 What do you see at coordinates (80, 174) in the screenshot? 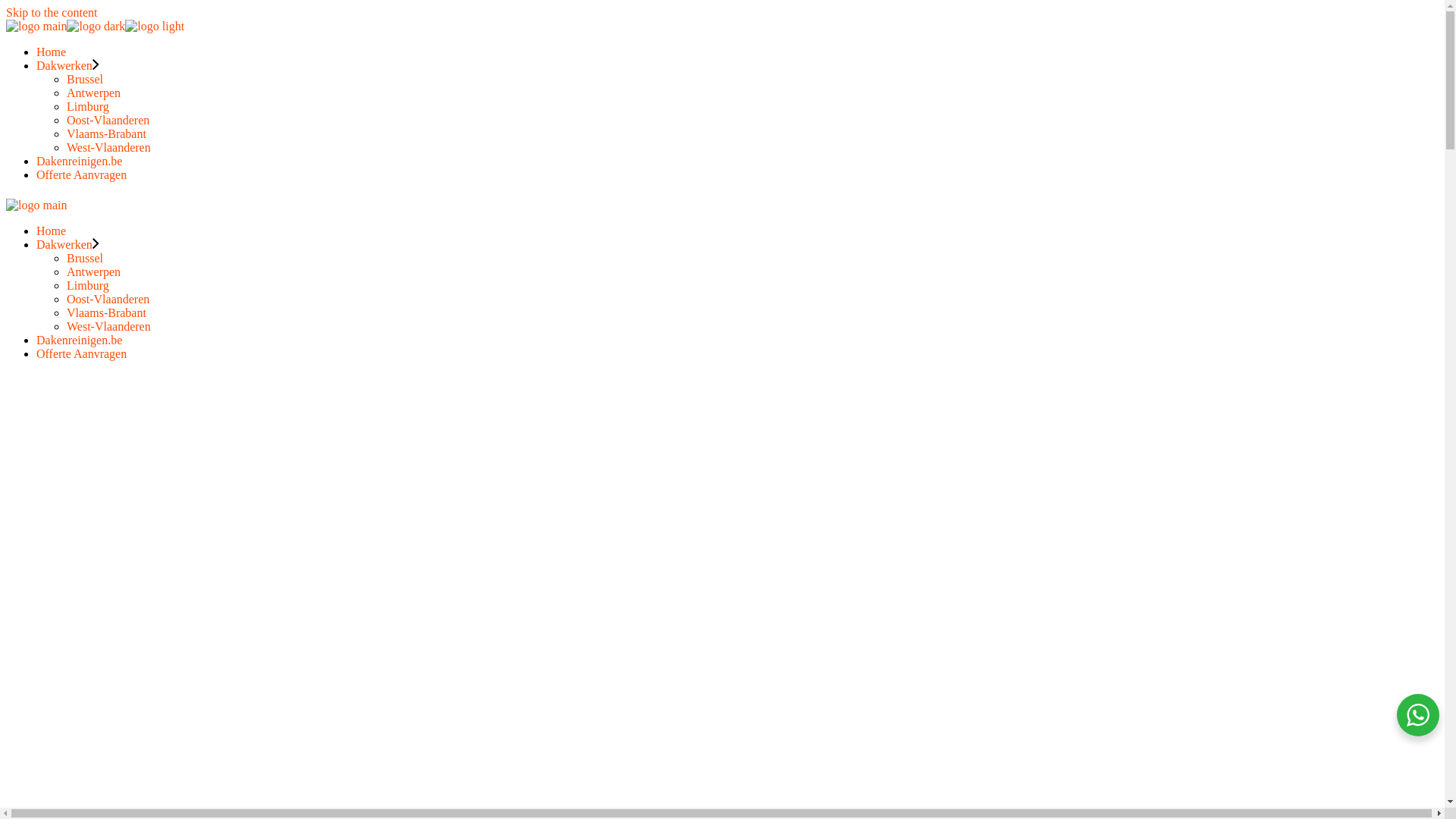
I see `'Offerte Aanvragen'` at bounding box center [80, 174].